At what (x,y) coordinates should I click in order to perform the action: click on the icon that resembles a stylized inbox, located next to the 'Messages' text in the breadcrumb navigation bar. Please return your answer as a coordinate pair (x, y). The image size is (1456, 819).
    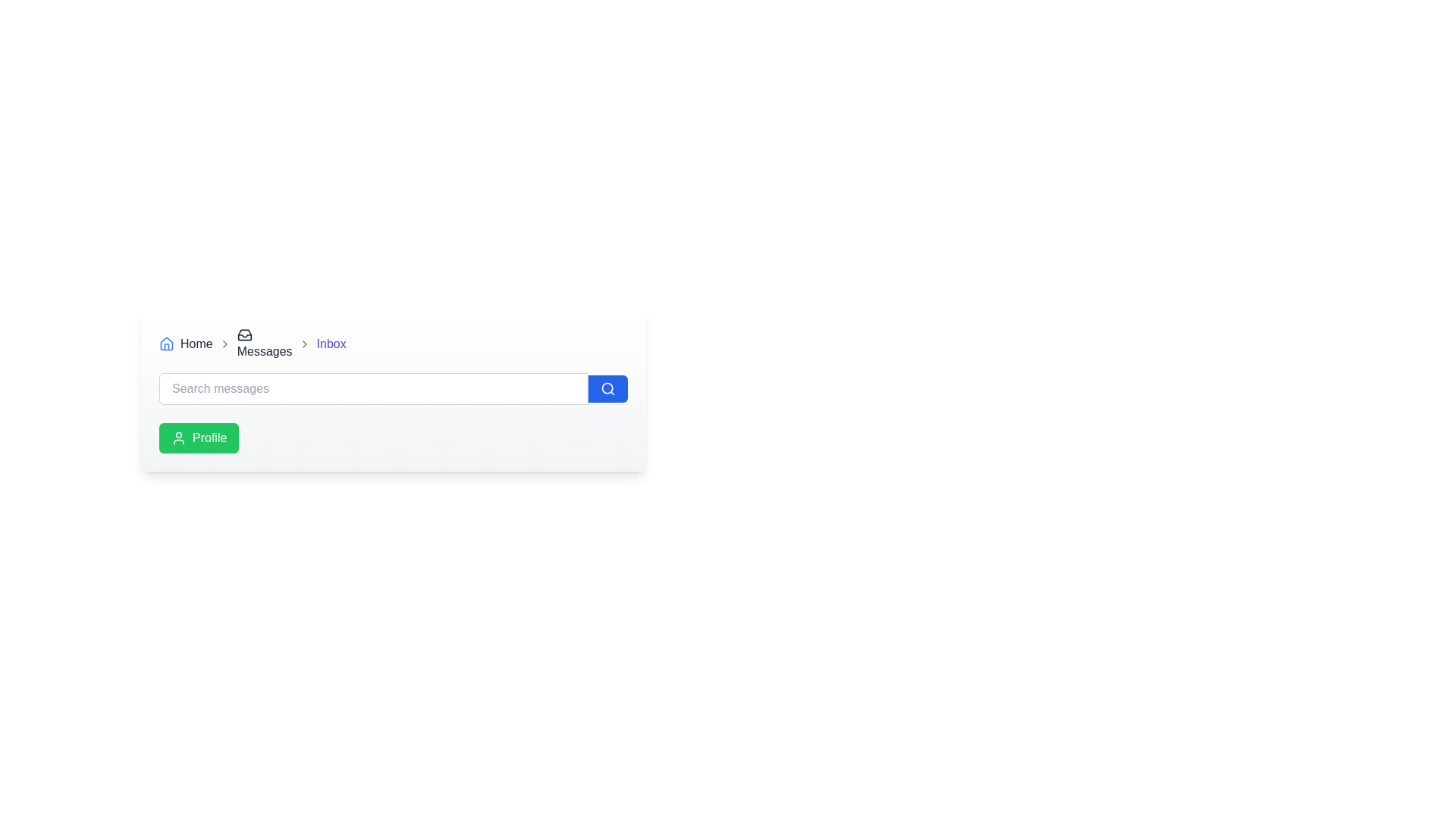
    Looking at the image, I should click on (244, 334).